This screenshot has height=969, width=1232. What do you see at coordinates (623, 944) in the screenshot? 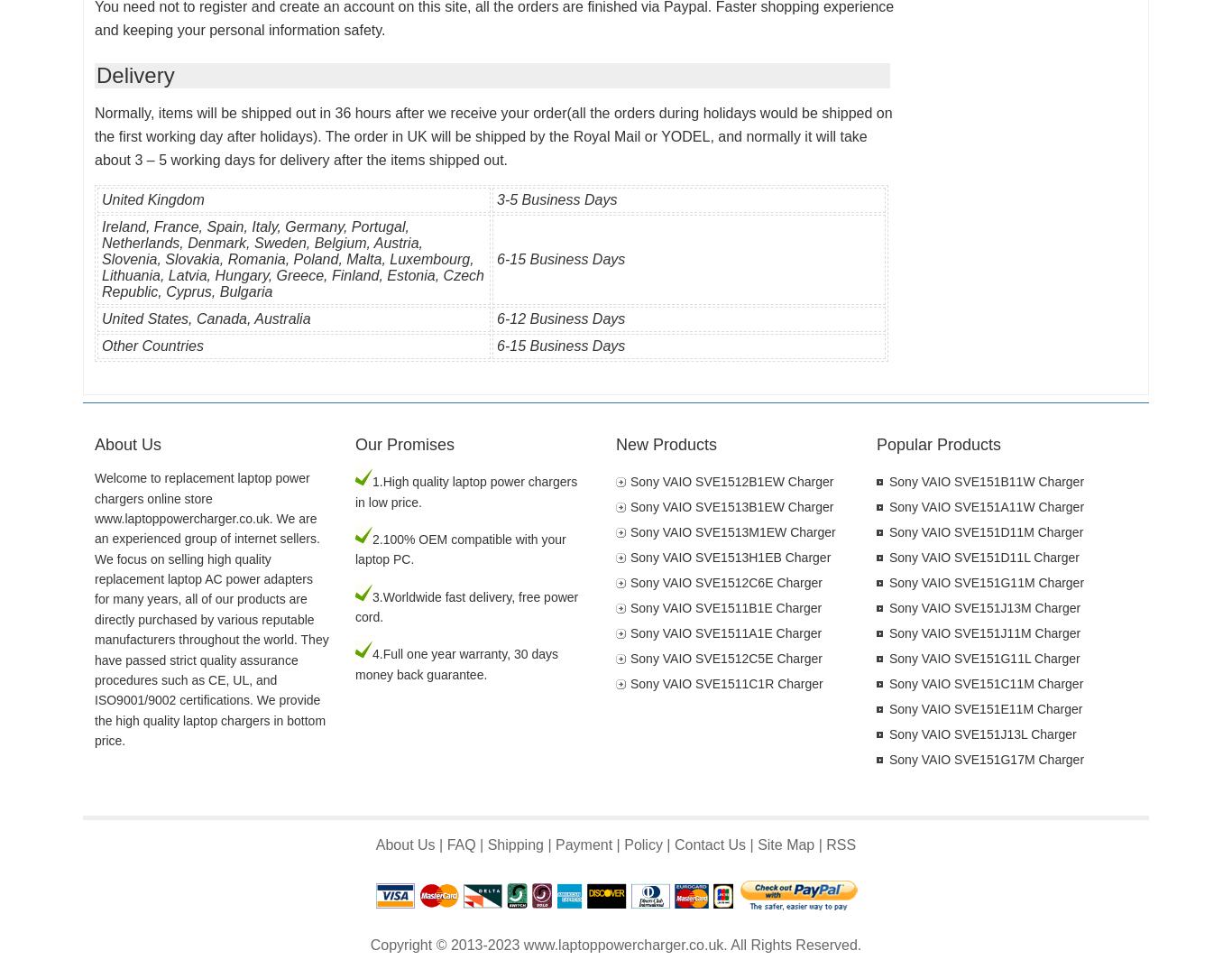
I see `'www.laptoppowercharger.co.uk'` at bounding box center [623, 944].